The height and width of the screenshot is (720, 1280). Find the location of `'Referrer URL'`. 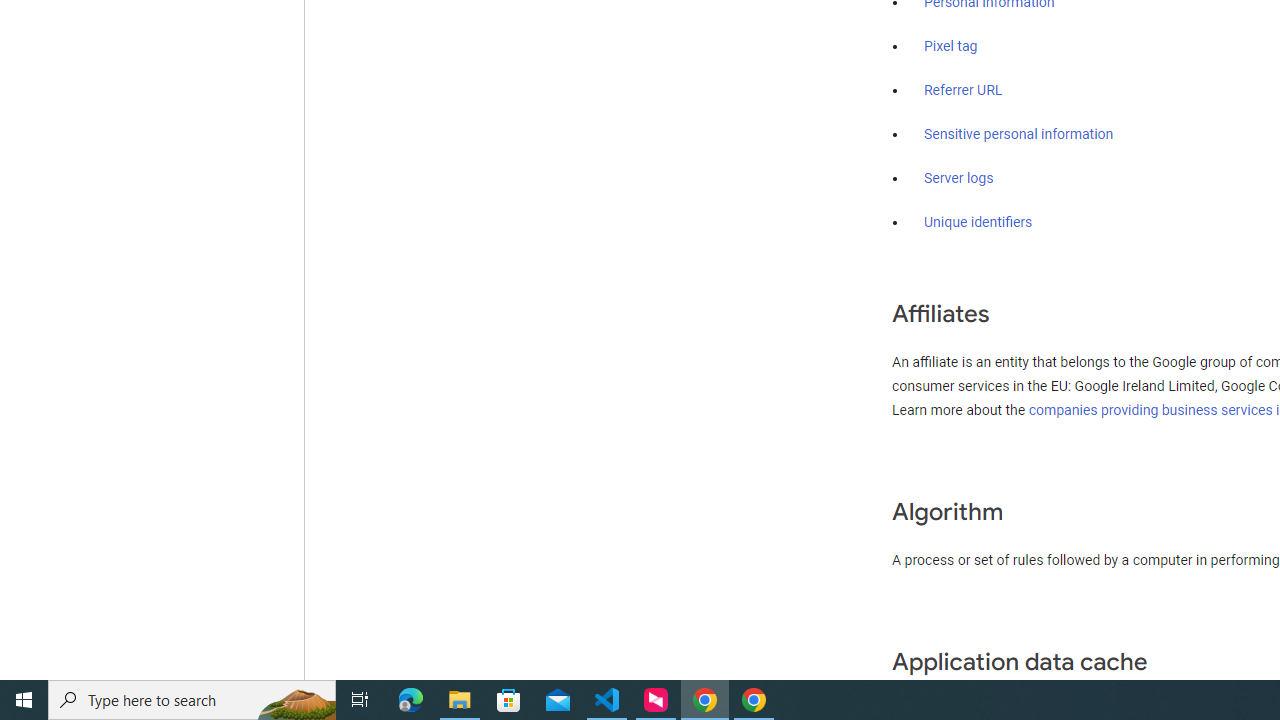

'Referrer URL' is located at coordinates (963, 91).